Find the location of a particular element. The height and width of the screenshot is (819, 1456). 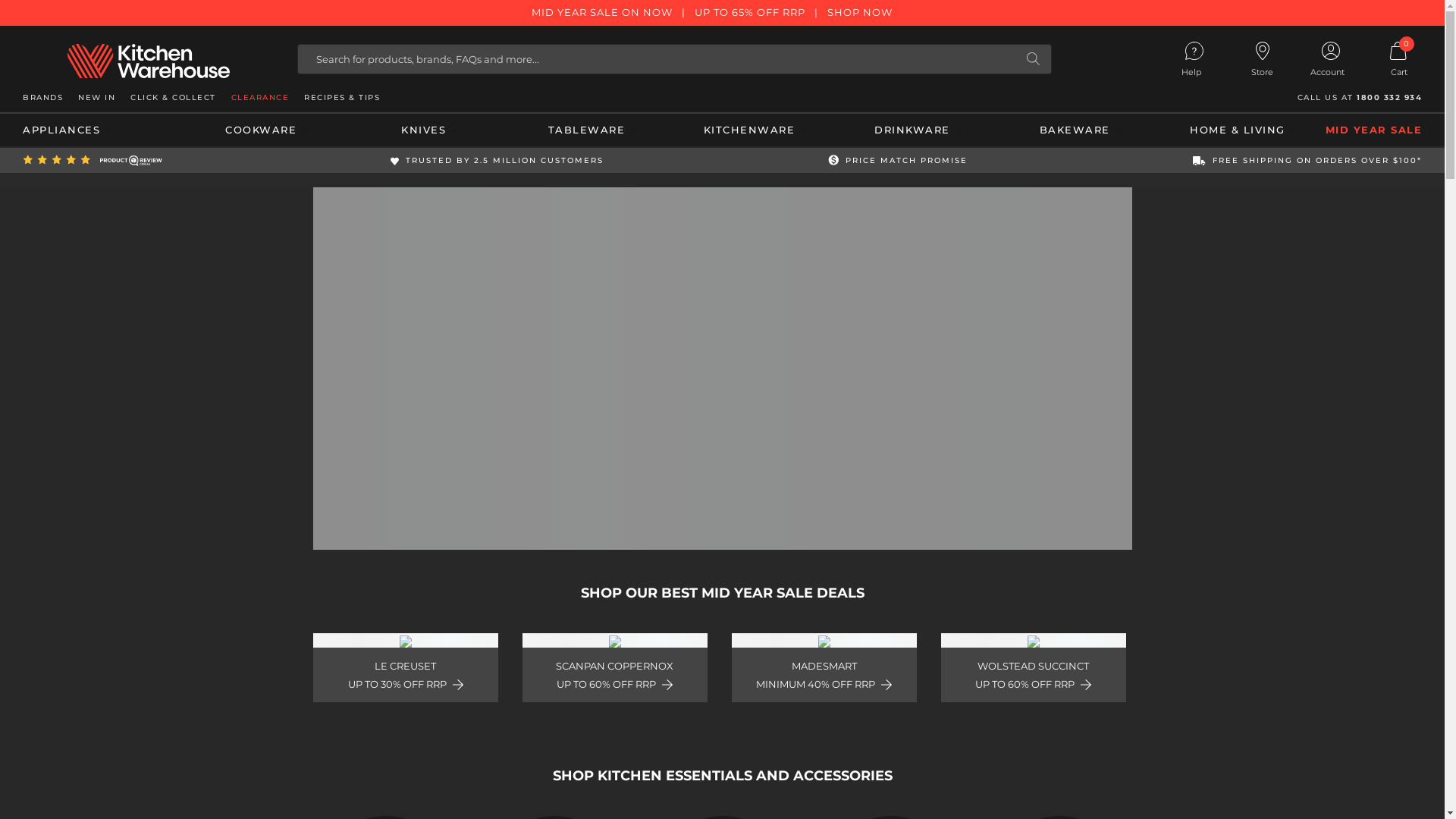

'BRANDS' is located at coordinates (42, 97).